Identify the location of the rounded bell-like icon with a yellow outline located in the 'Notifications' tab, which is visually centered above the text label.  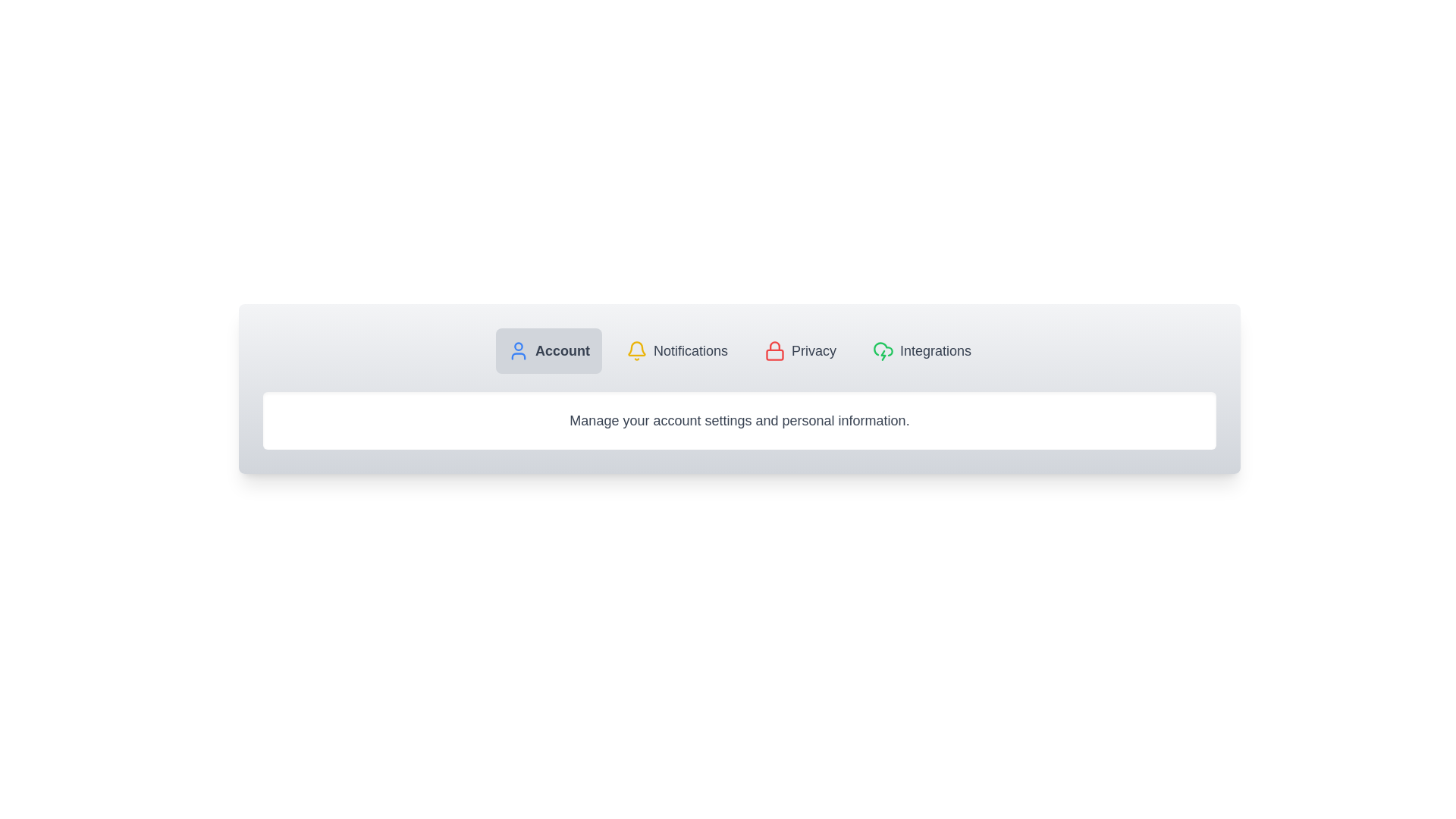
(637, 349).